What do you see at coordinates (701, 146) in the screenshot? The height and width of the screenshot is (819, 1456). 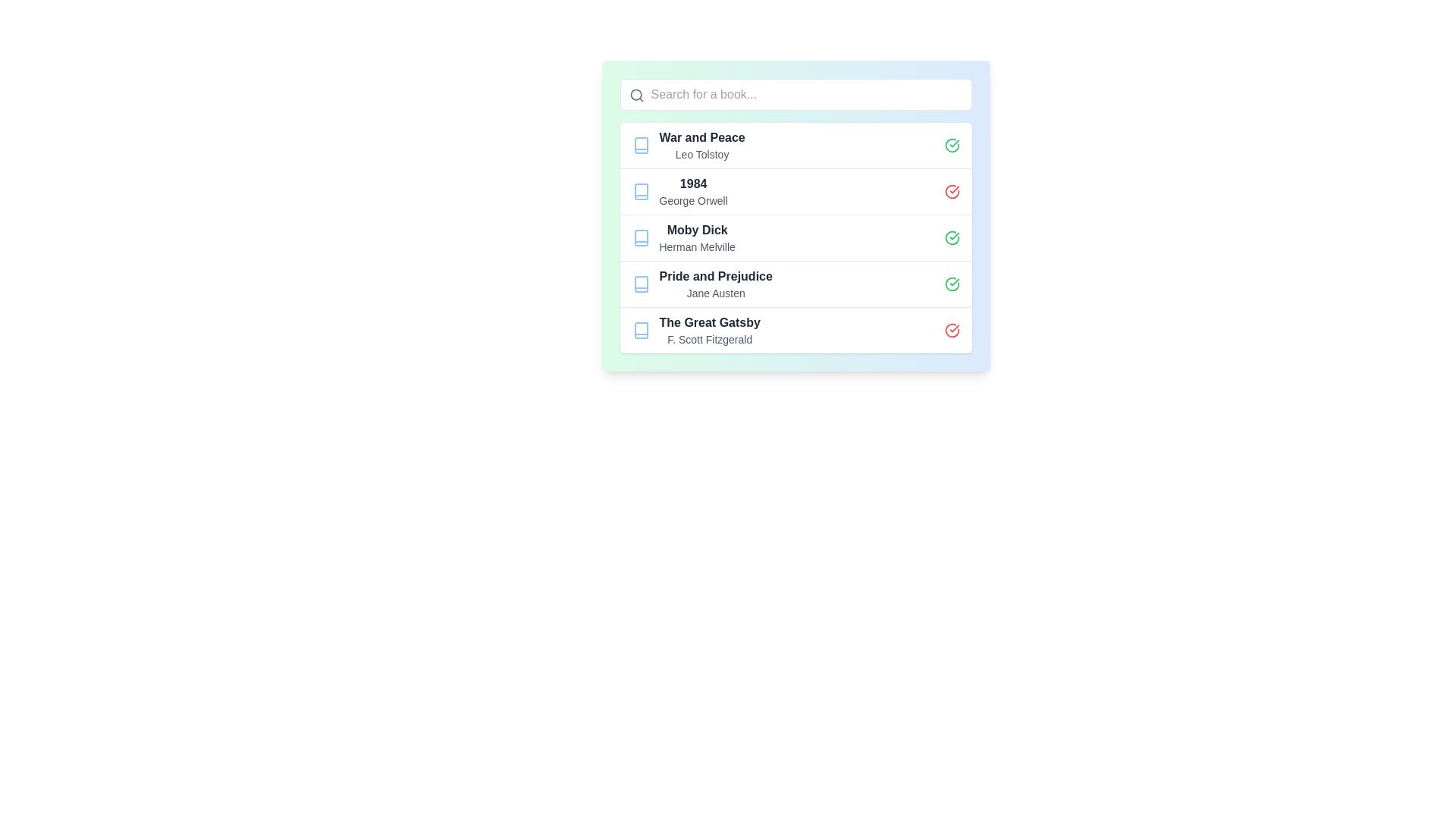 I see `the first list item that contains information about a specific book, including its title and author` at bounding box center [701, 146].